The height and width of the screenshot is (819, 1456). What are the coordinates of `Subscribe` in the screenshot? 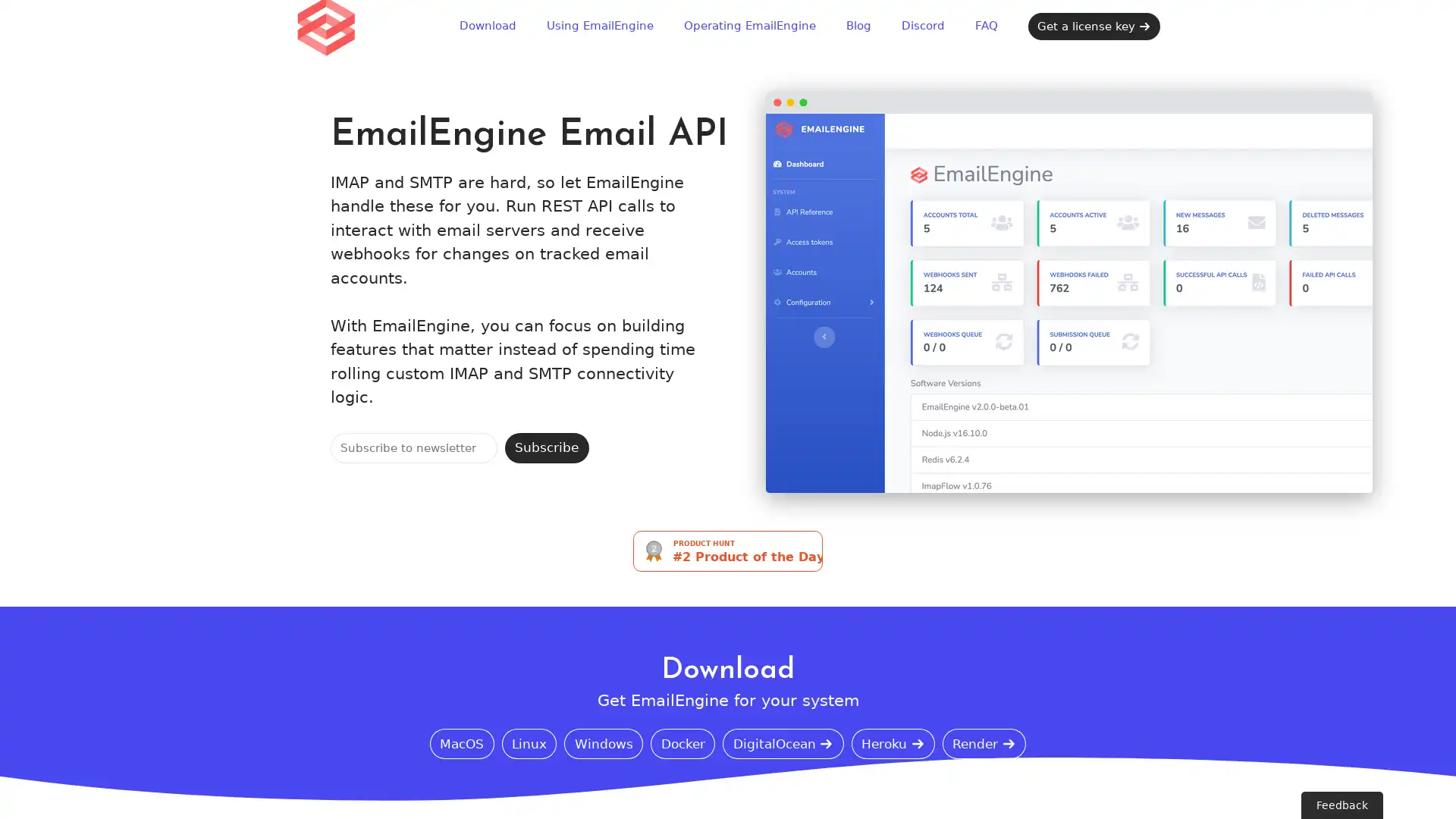 It's located at (546, 447).